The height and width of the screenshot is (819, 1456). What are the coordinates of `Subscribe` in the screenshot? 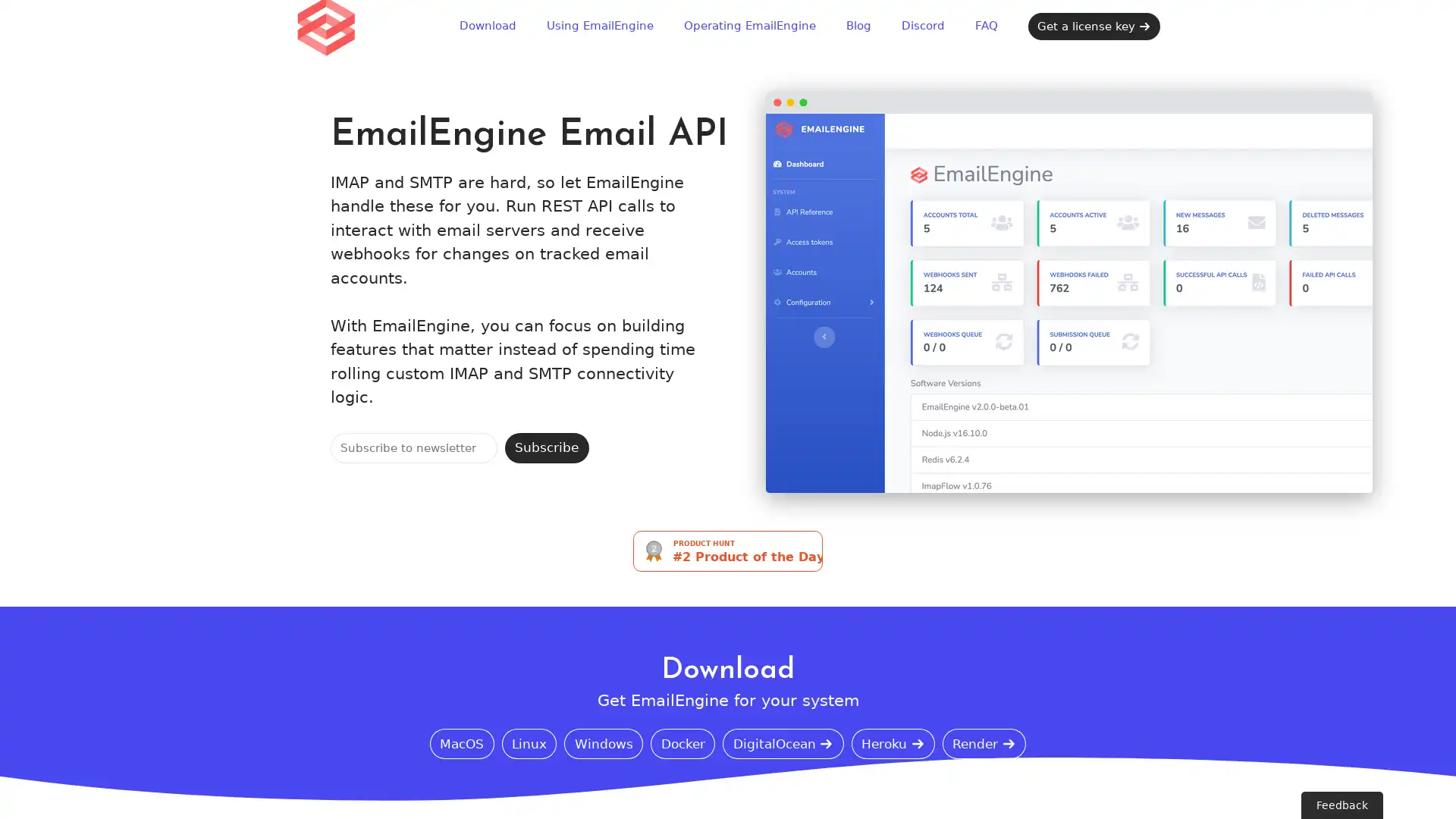 It's located at (546, 447).